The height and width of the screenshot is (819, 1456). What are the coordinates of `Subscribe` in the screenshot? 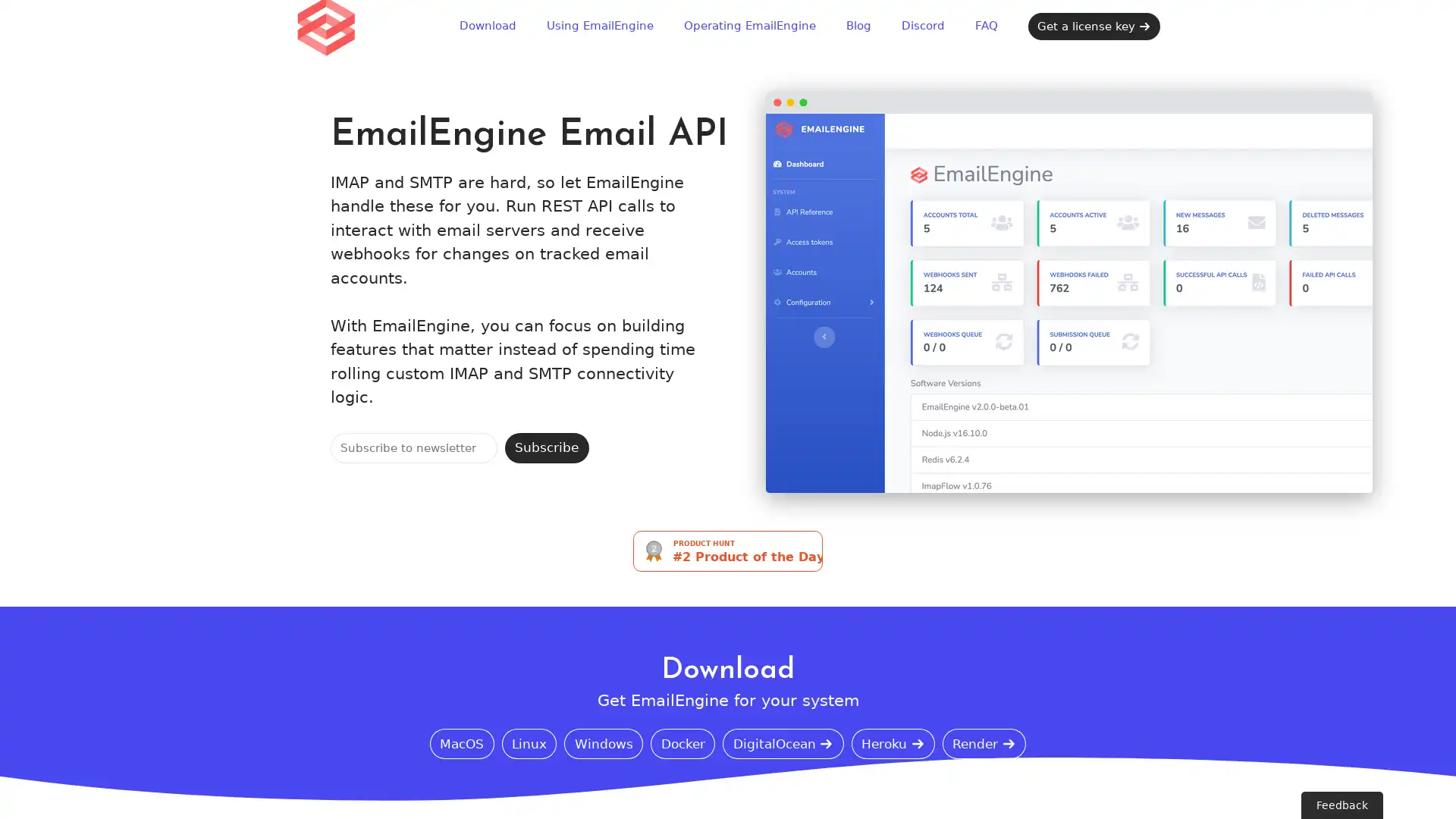 It's located at (546, 447).